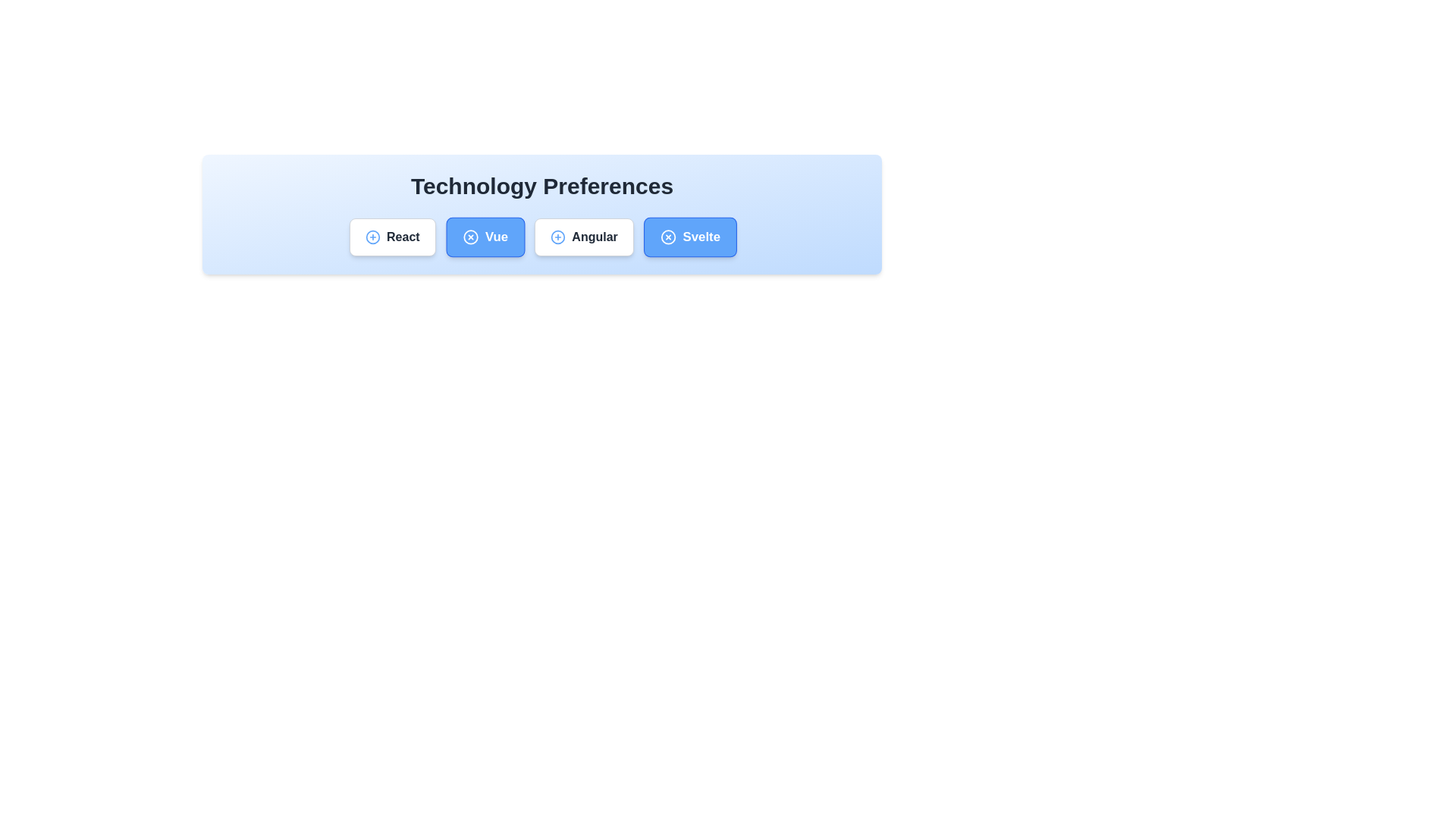 The width and height of the screenshot is (1456, 819). Describe the element at coordinates (582, 237) in the screenshot. I see `the chip labeled Angular to observe its hover effect` at that location.